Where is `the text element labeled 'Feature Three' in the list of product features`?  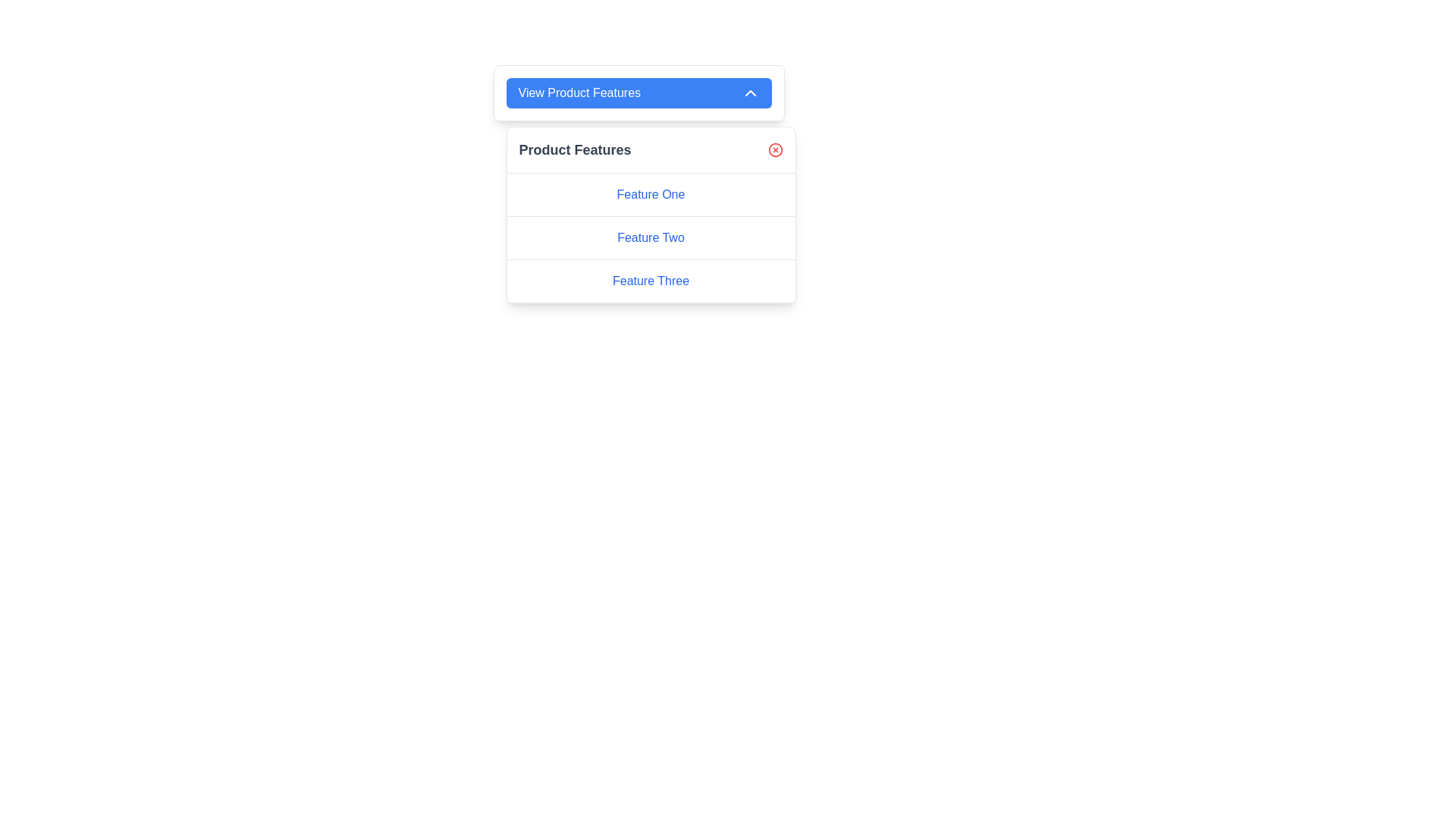 the text element labeled 'Feature Three' in the list of product features is located at coordinates (651, 281).